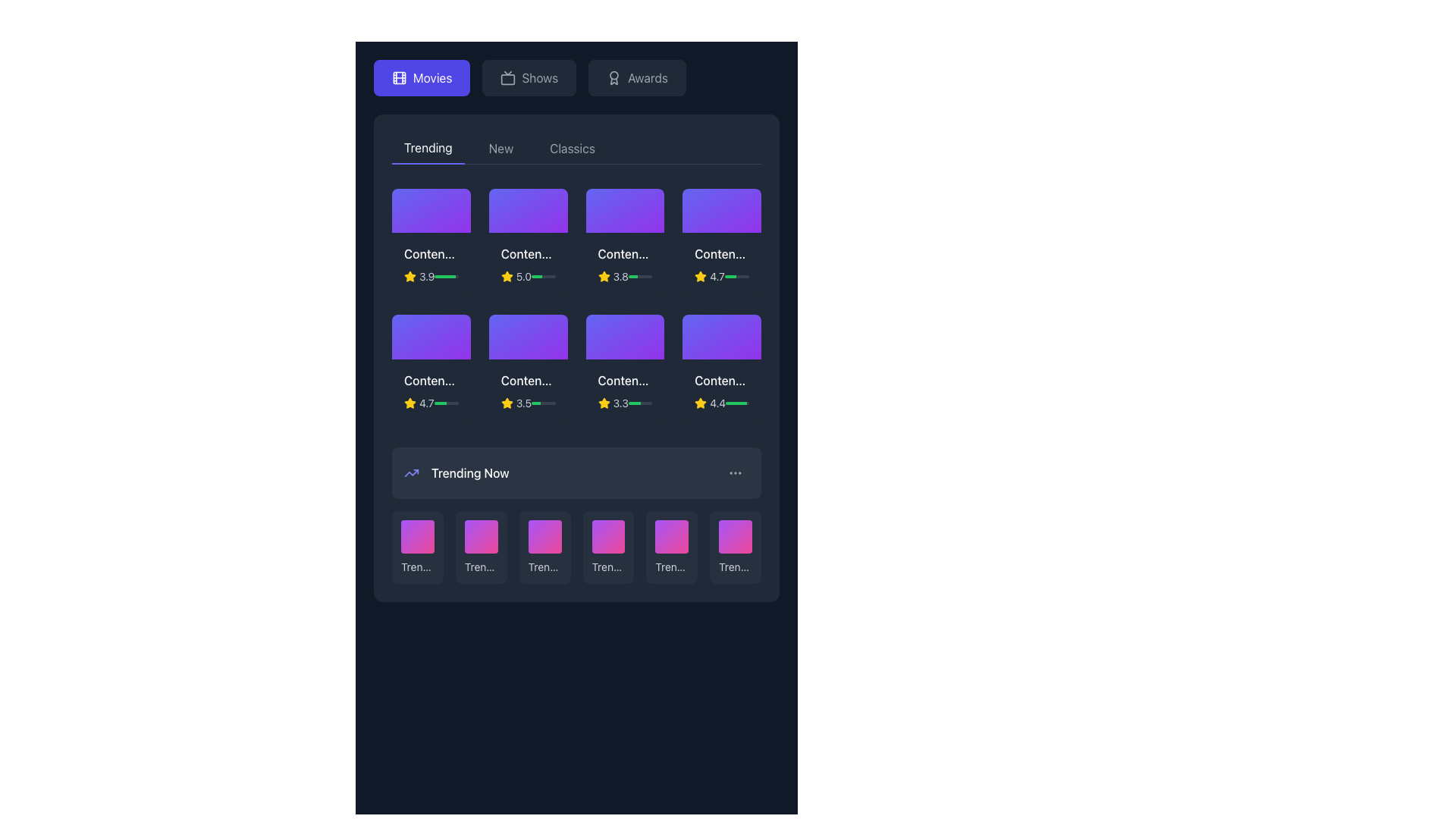  Describe the element at coordinates (544, 547) in the screenshot. I see `the third list item labeled 'Trending #3'` at that location.